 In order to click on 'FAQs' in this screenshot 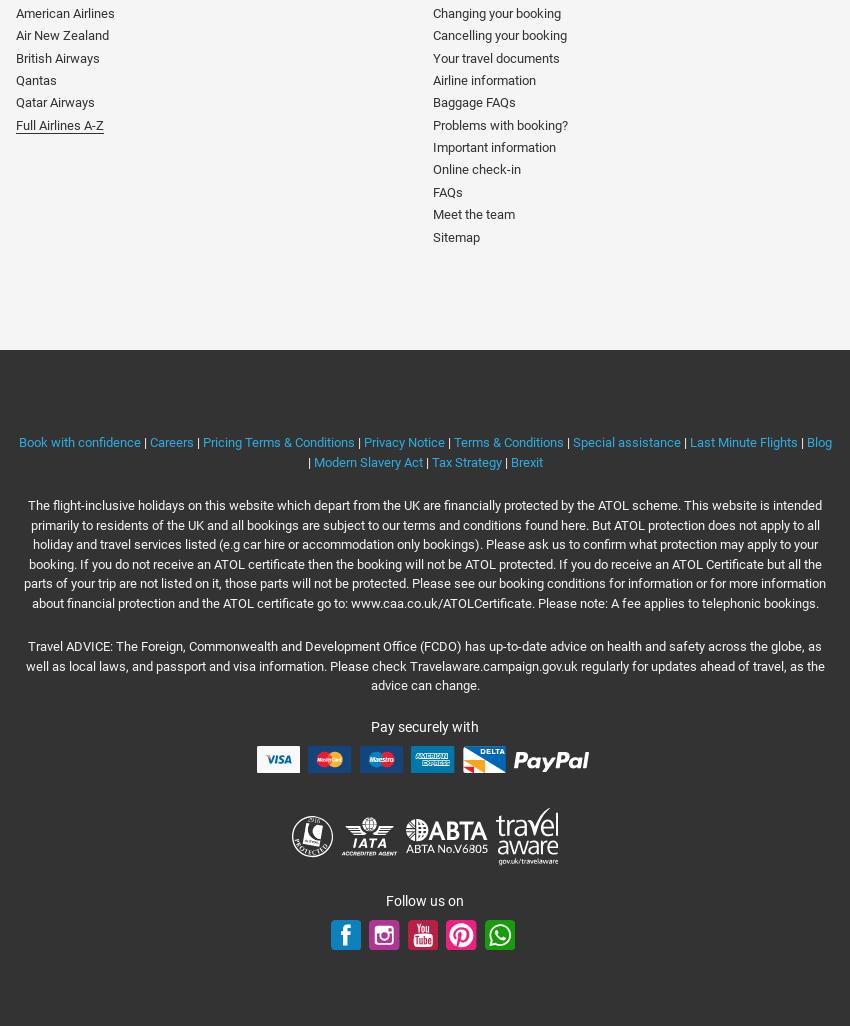, I will do `click(447, 190)`.